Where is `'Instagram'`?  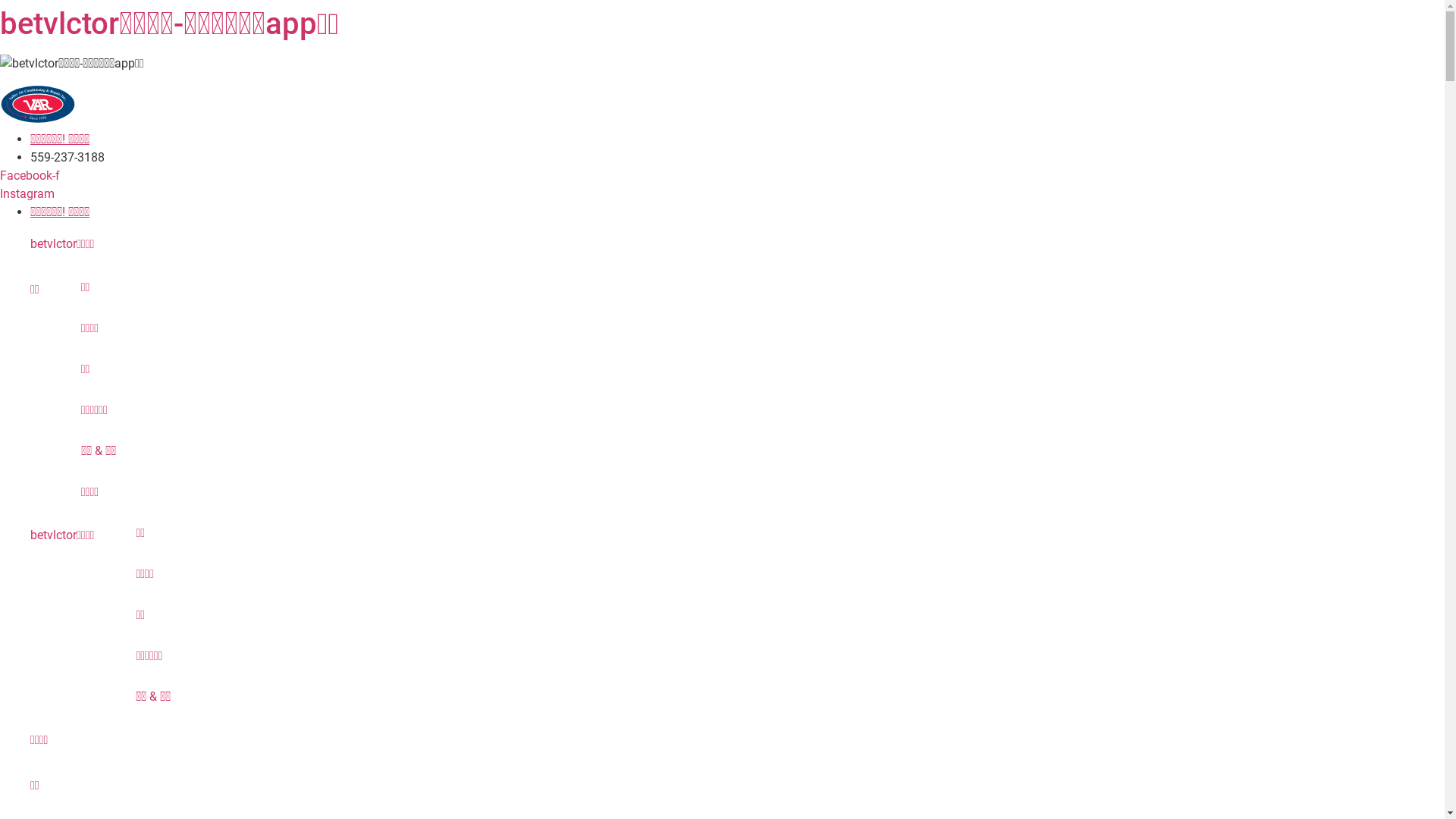 'Instagram' is located at coordinates (27, 193).